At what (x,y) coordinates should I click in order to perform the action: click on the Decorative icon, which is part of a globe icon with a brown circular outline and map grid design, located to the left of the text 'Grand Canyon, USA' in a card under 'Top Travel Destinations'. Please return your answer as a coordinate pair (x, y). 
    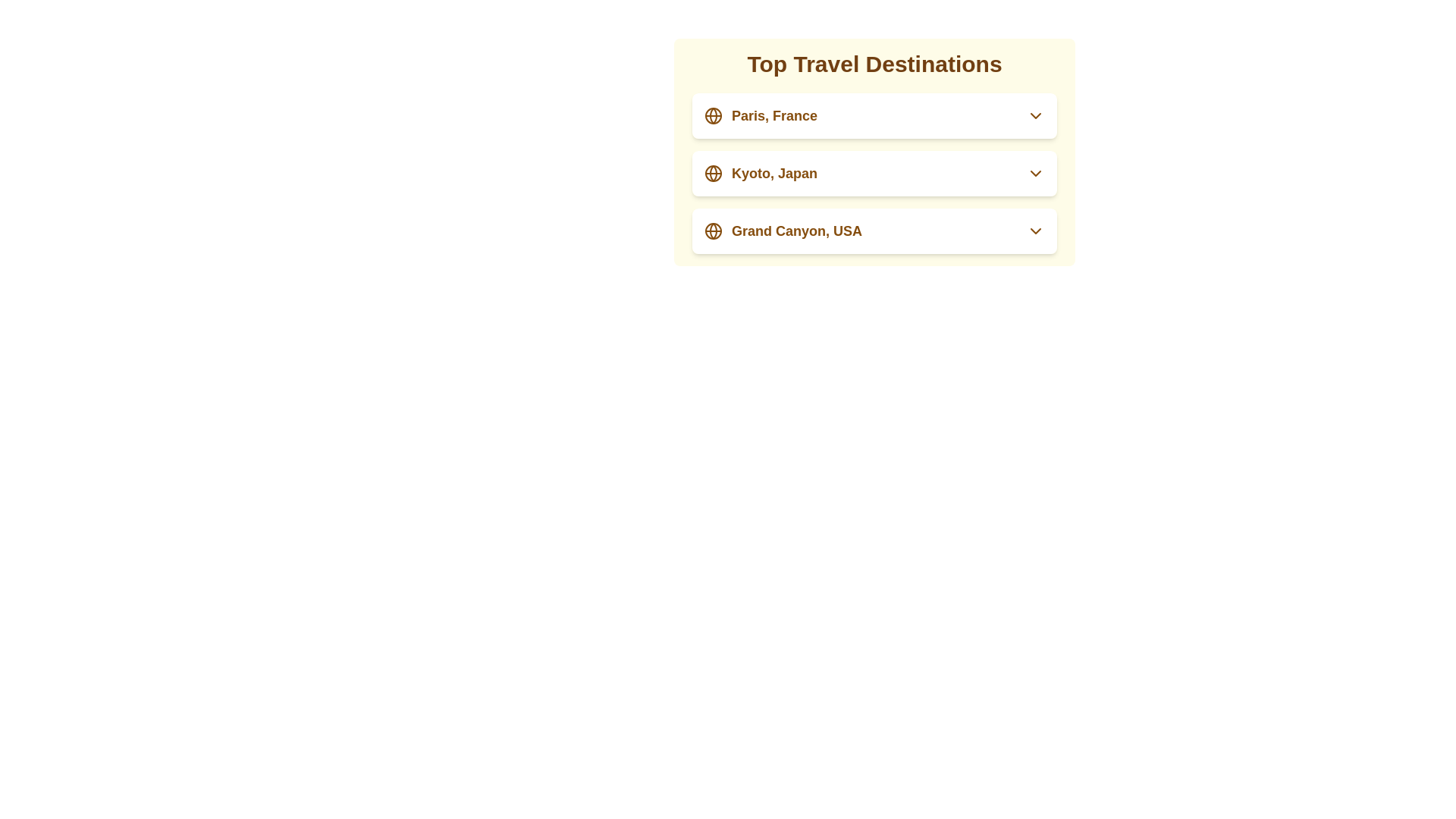
    Looking at the image, I should click on (712, 231).